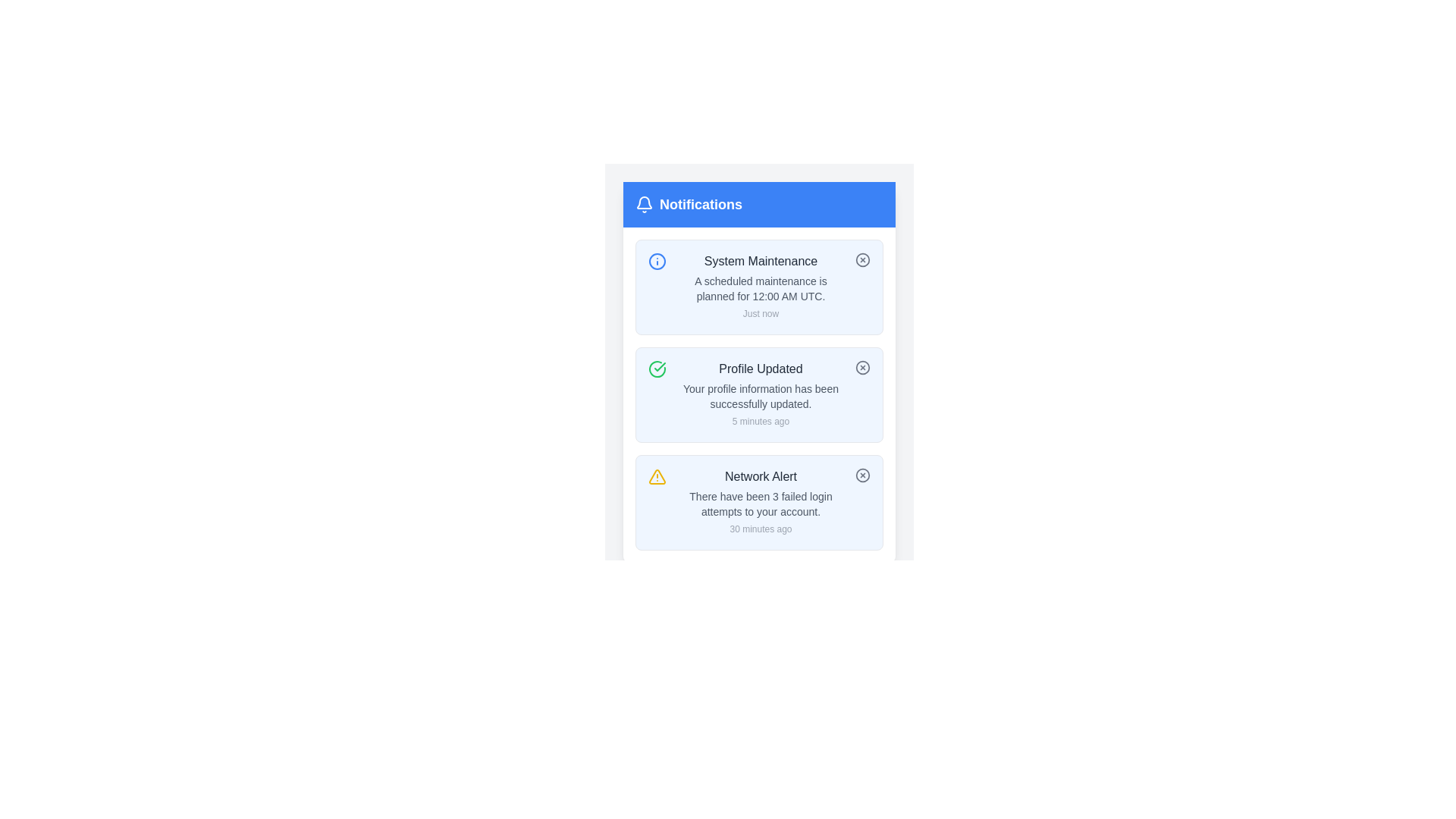  I want to click on the circular button with a cross mark, which is located at the top-right corner of the 'Network Alert' notification card, so click(862, 475).